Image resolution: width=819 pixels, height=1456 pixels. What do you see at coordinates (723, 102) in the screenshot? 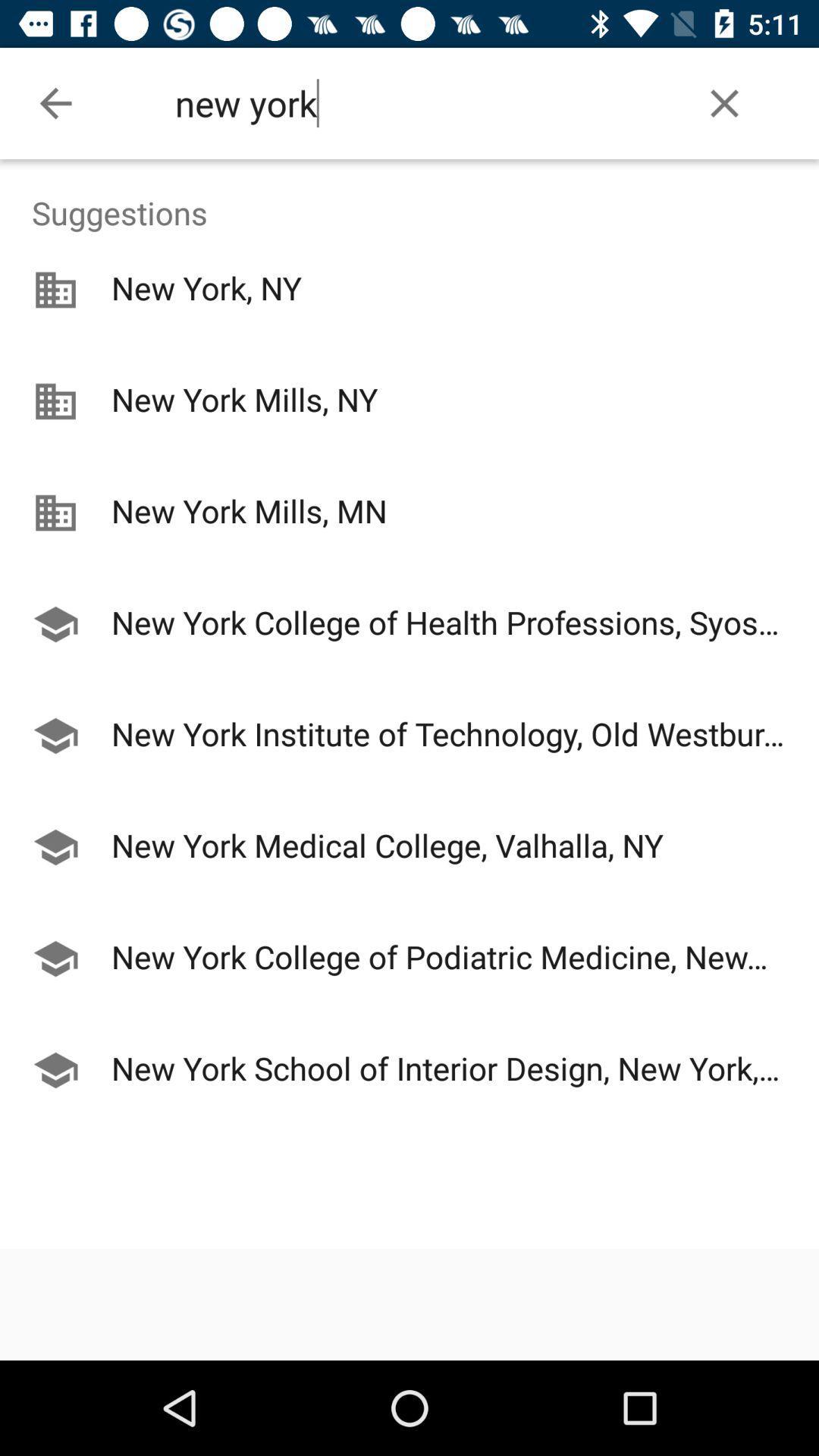
I see `item at the top right corner` at bounding box center [723, 102].